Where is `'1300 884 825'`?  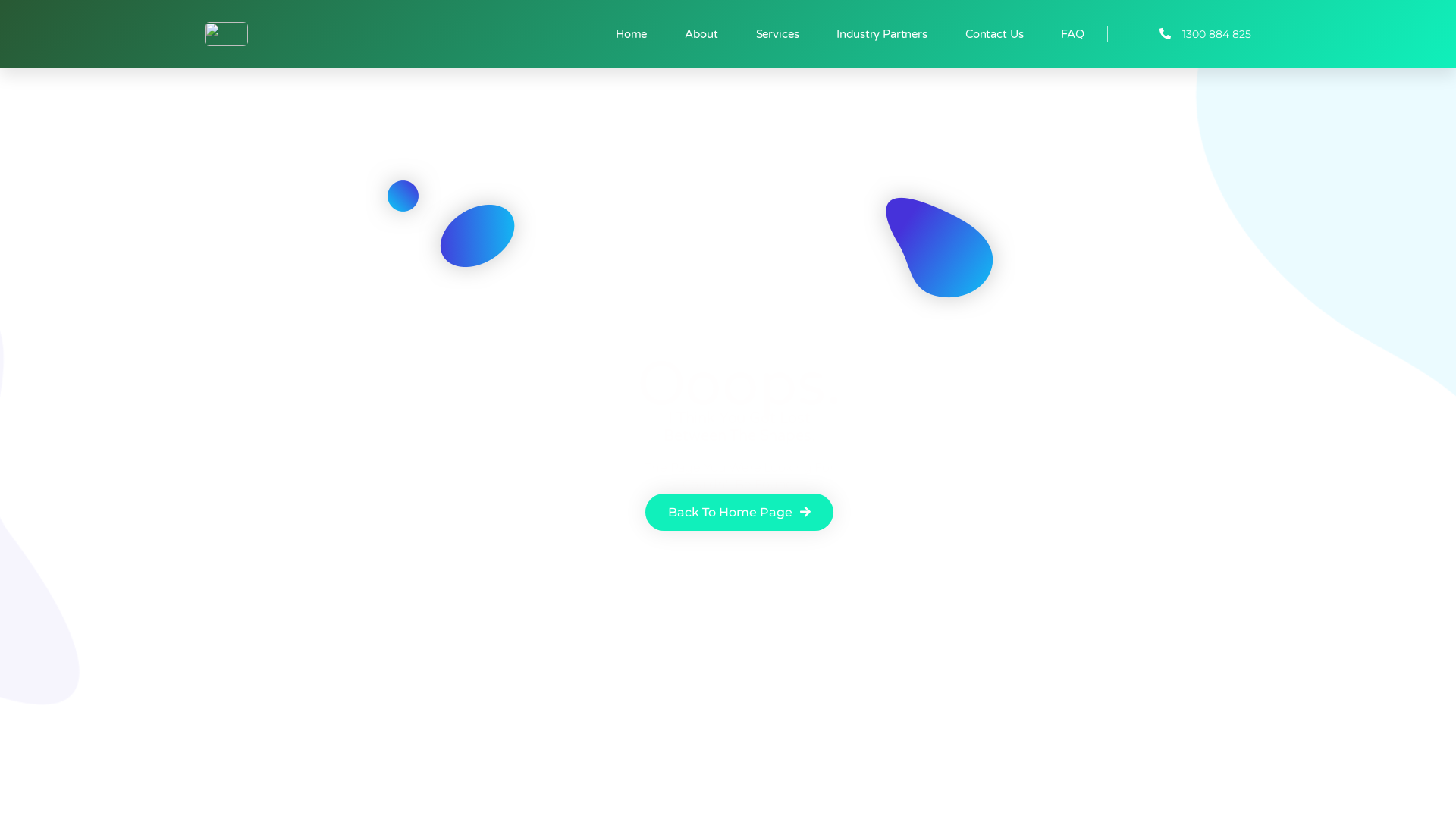 '1300 884 825' is located at coordinates (1178, 34).